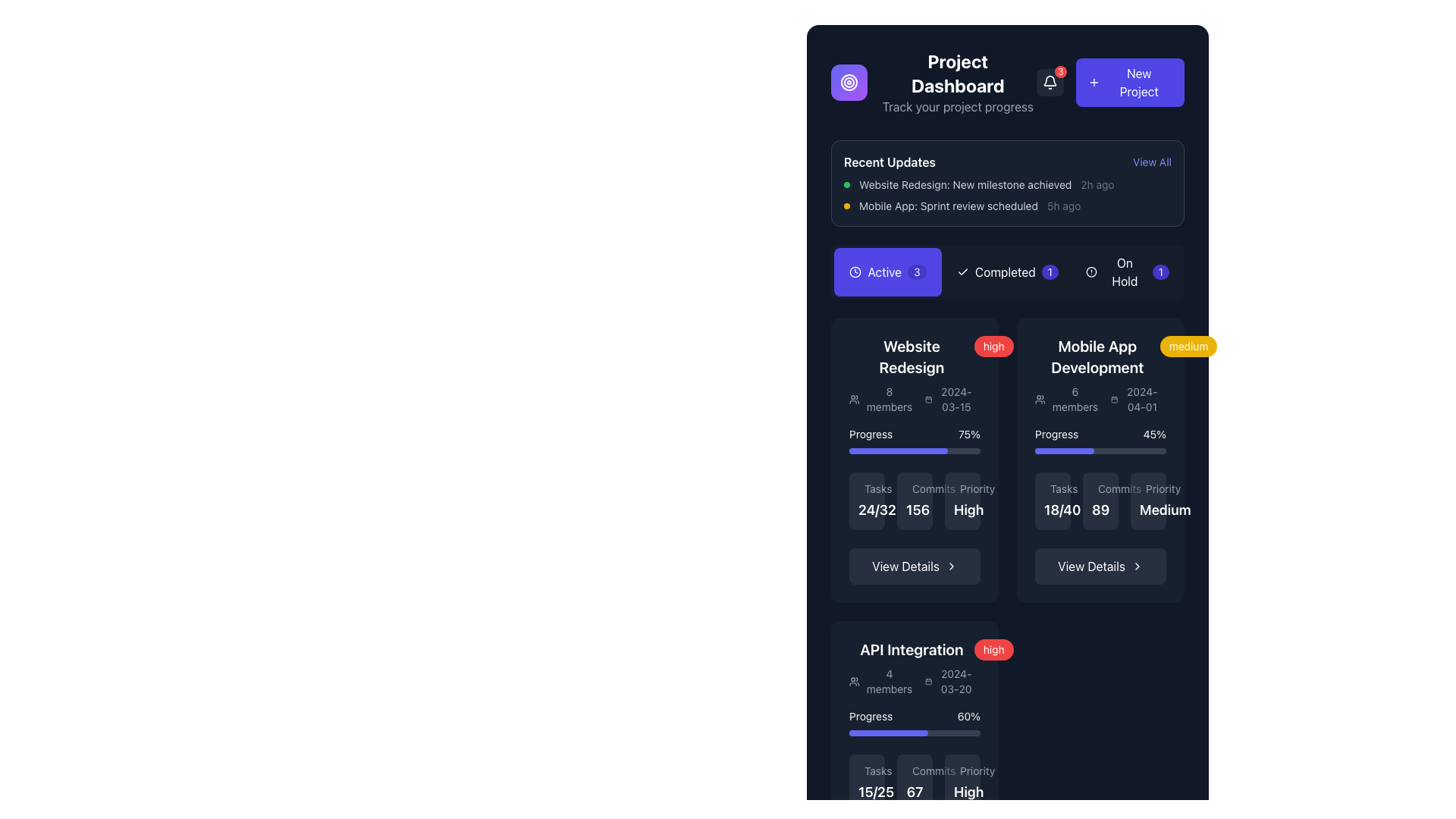  I want to click on value displayed in the text label that indicates the completion percentage for the 'Website Redesign' project in the active projects section, so click(968, 435).